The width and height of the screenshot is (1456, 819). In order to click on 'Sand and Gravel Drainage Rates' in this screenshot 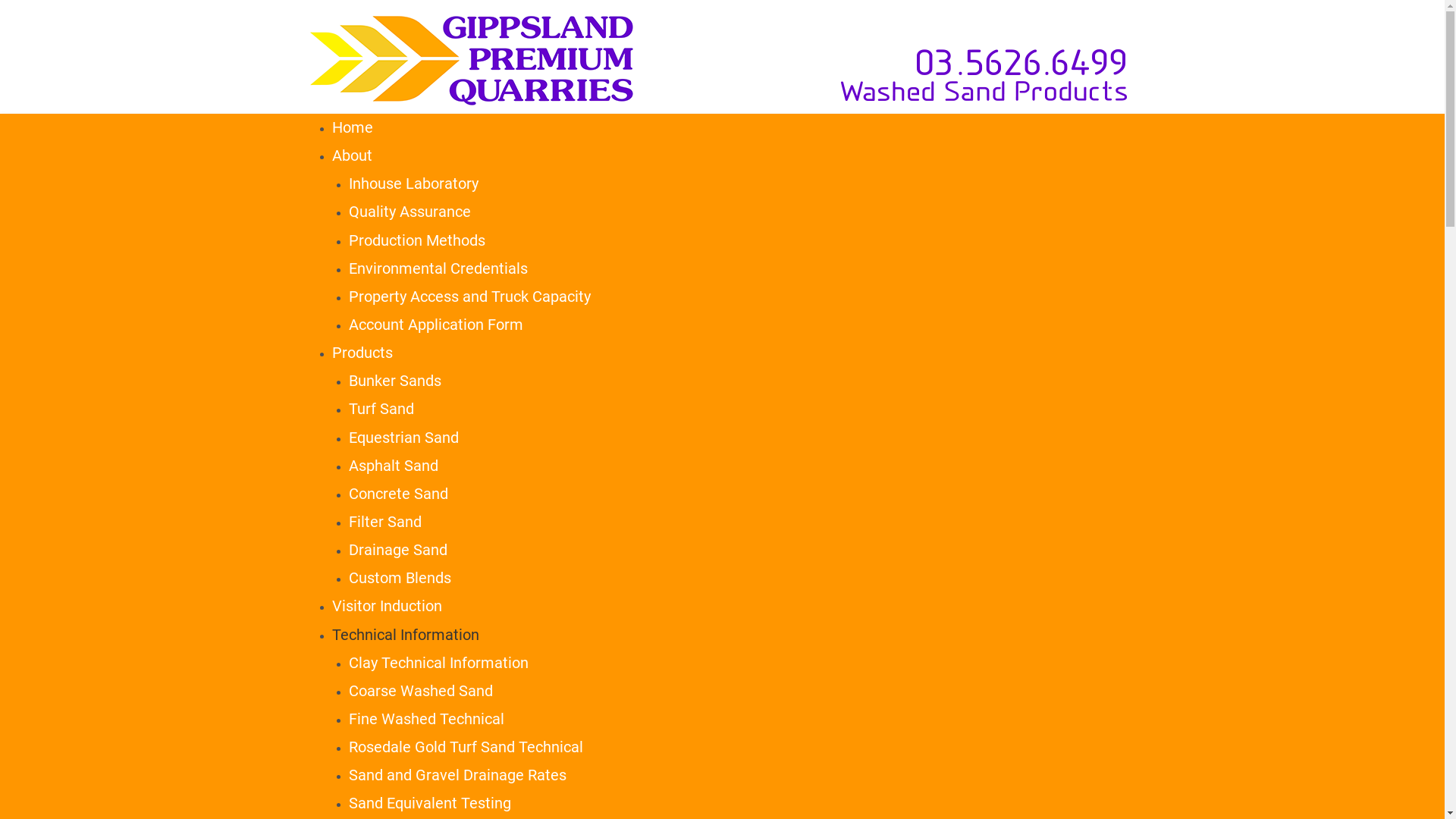, I will do `click(457, 775)`.